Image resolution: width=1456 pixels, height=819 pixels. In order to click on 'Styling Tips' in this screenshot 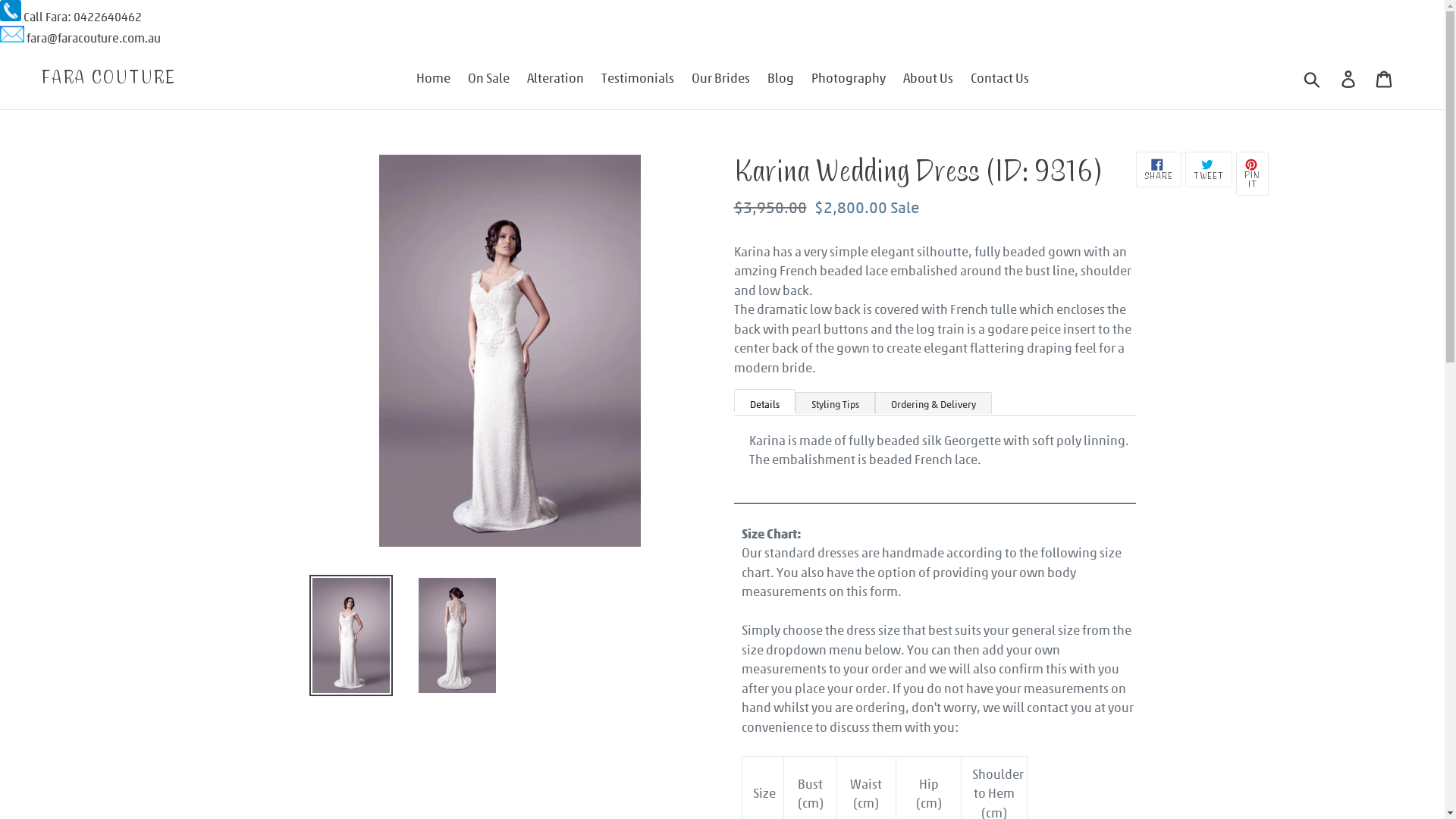, I will do `click(793, 401)`.